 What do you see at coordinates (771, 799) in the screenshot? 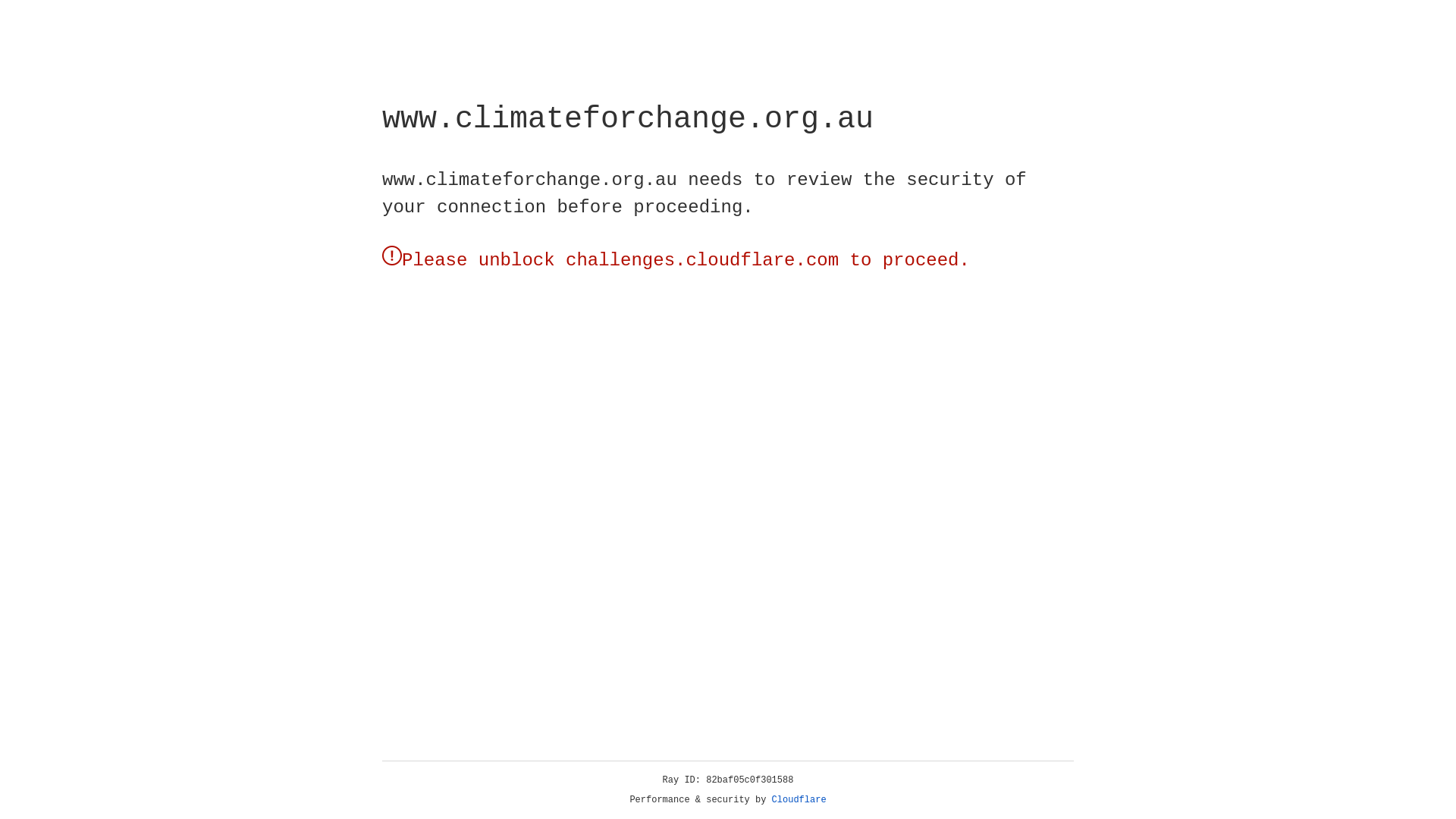
I see `'Cloudflare'` at bounding box center [771, 799].